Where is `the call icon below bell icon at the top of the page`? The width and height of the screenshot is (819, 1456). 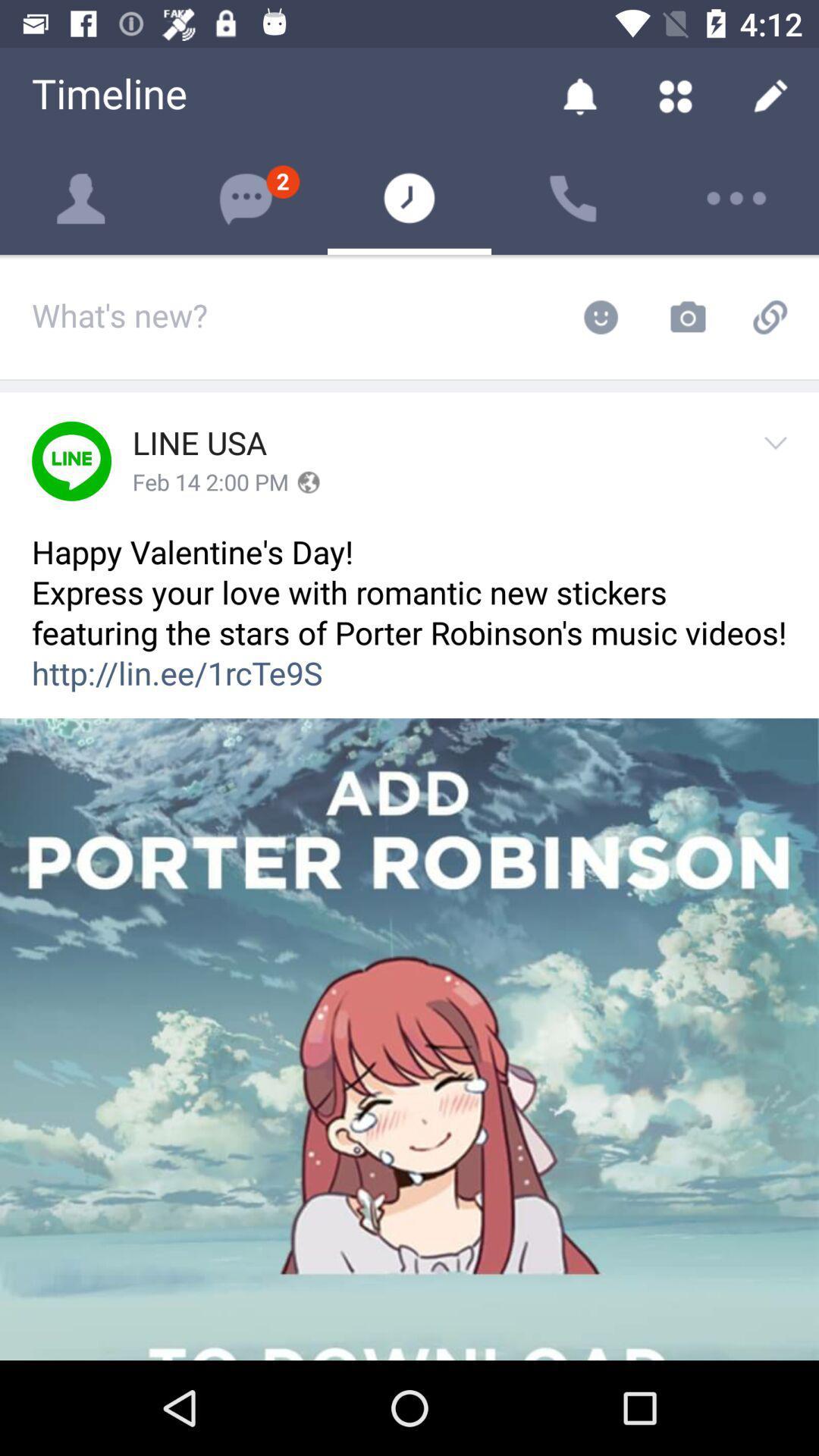
the call icon below bell icon at the top of the page is located at coordinates (573, 198).